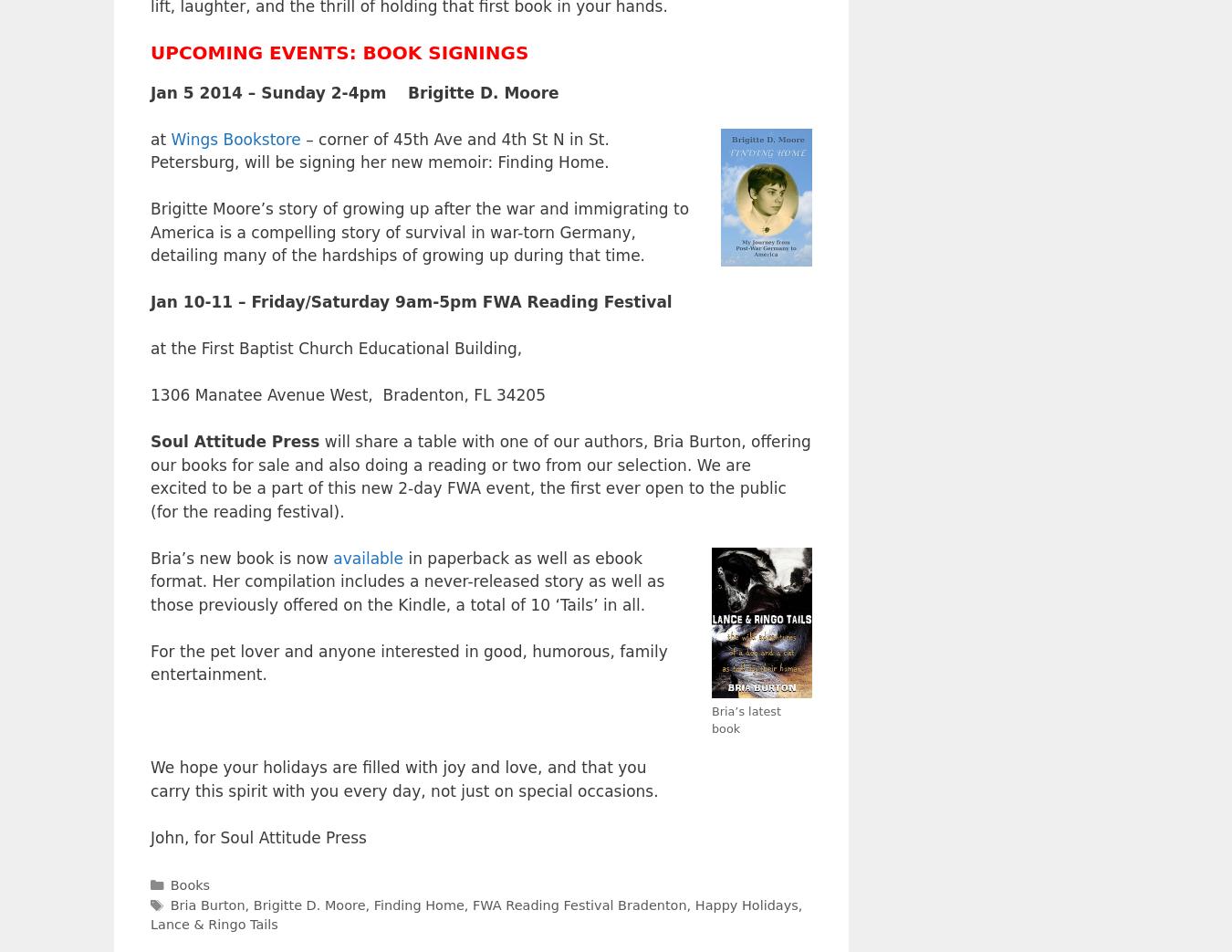  I want to click on 'We hope your holidays are filled with joy and love, and that you carry this spirit with you every day, not just on special occasions.', so click(150, 779).